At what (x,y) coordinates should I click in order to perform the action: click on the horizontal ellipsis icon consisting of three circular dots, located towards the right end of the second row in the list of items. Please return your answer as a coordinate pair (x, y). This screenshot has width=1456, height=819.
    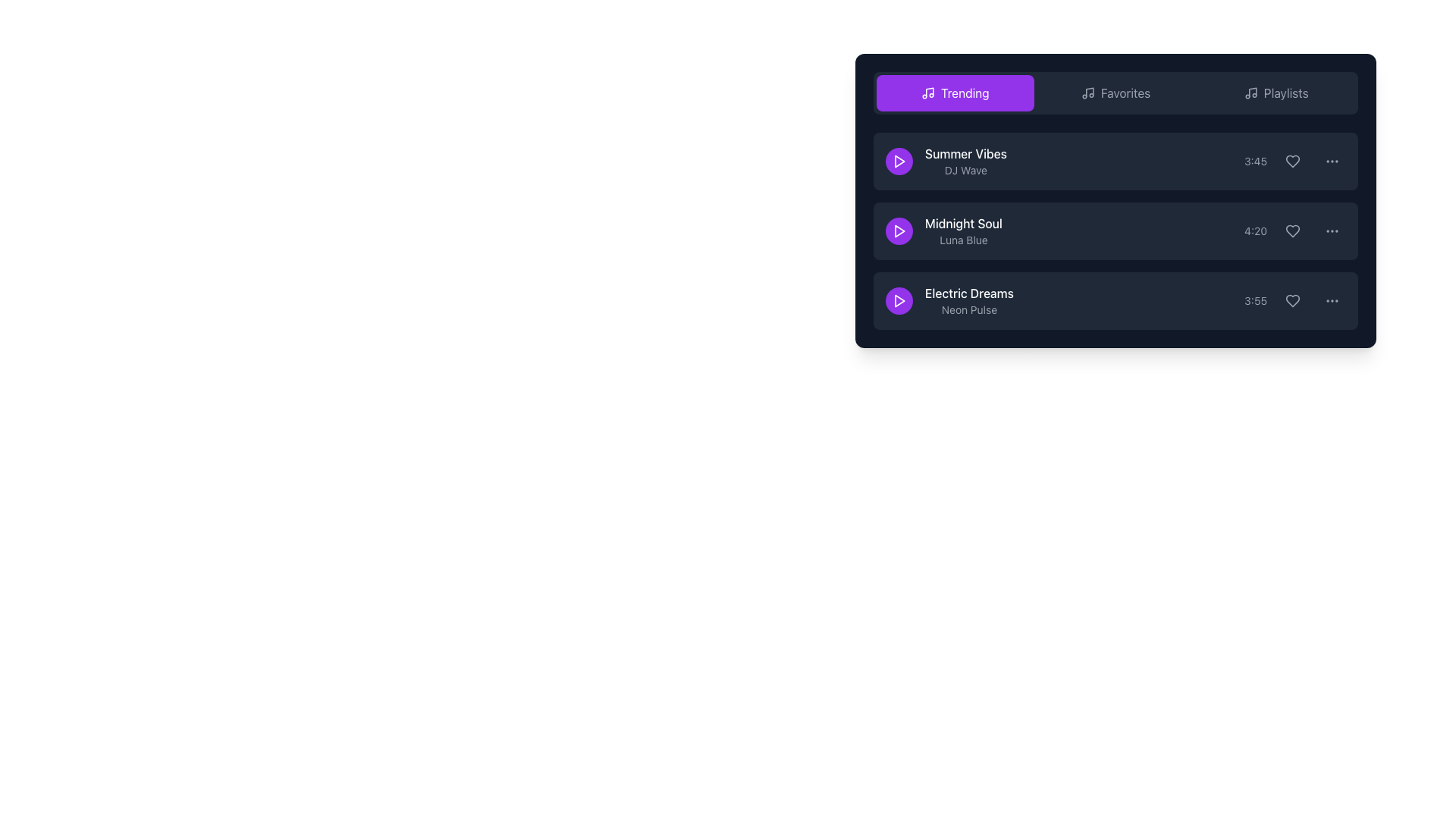
    Looking at the image, I should click on (1331, 231).